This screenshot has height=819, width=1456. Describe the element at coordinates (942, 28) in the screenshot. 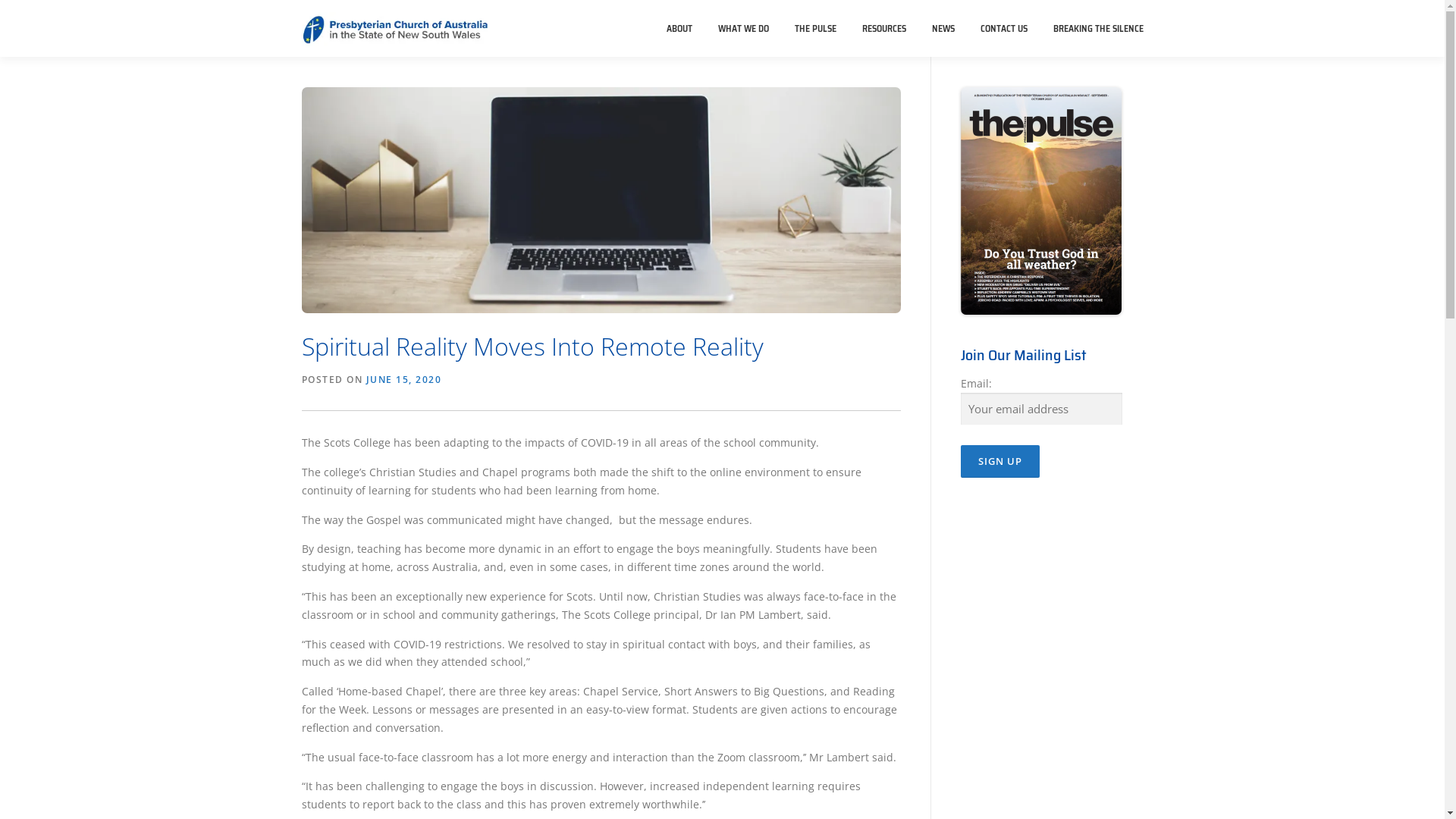

I see `'NEWS'` at that location.